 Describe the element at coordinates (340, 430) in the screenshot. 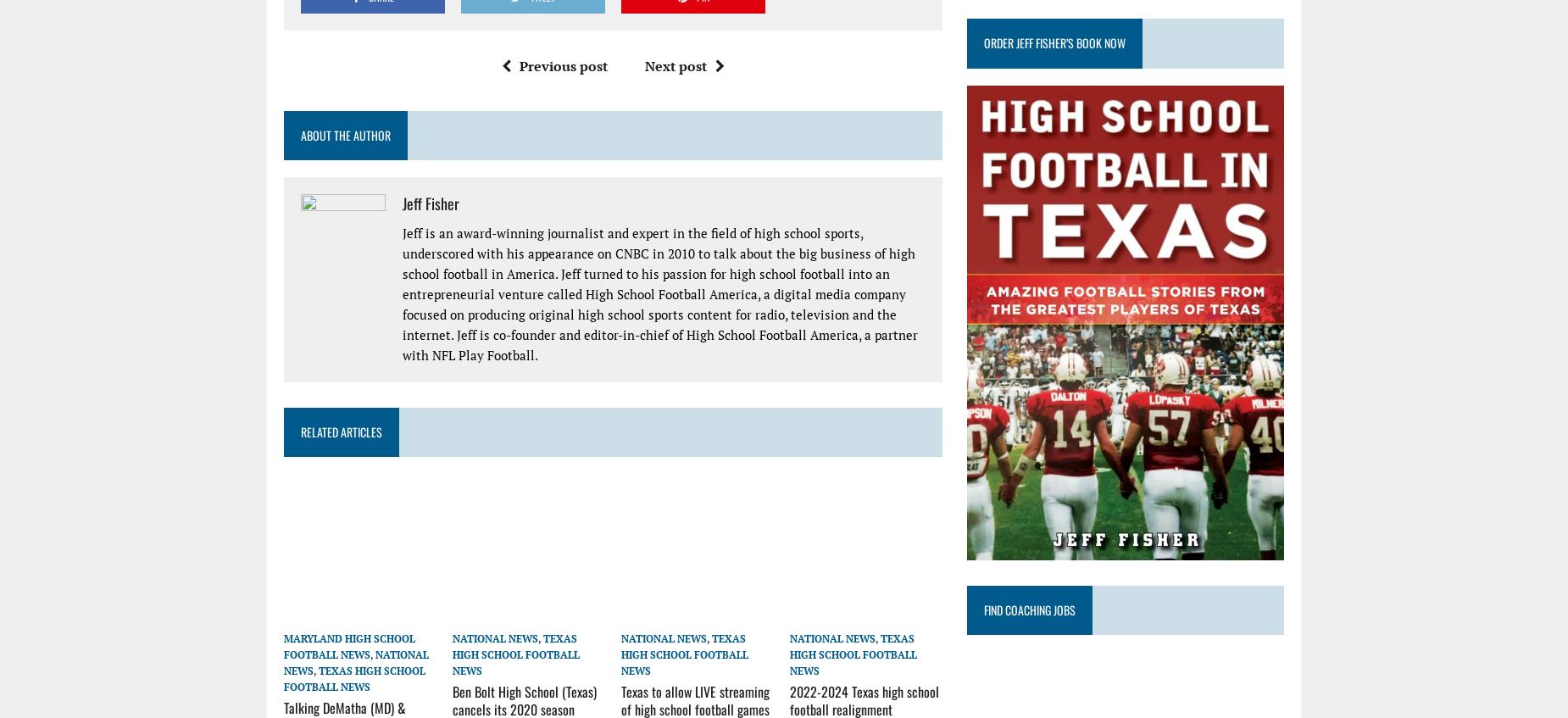

I see `'Related Articles'` at that location.